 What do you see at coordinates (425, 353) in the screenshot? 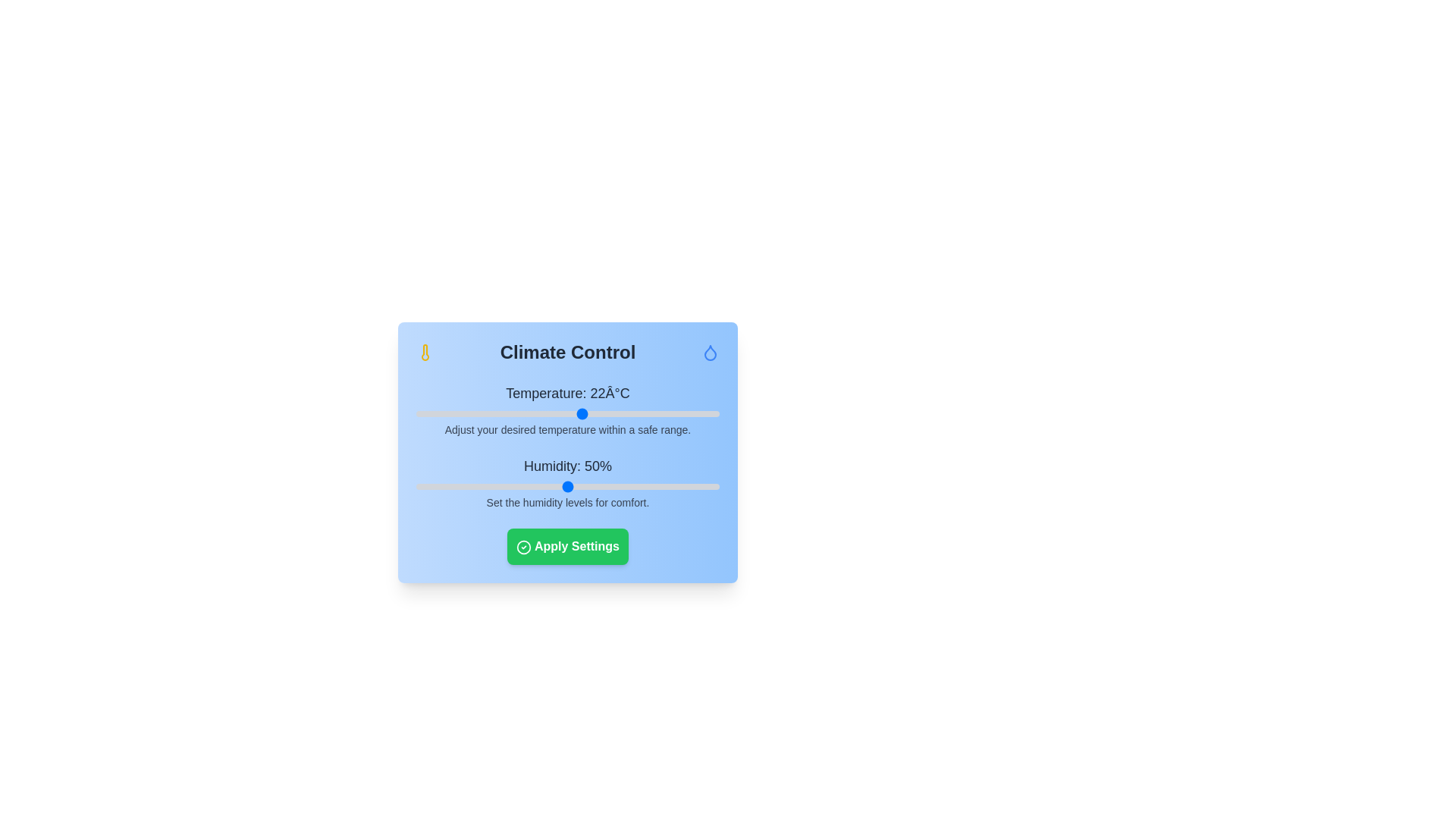
I see `the thermometer icon located at the upper-left corner of the blue card labeled 'Climate Control'` at bounding box center [425, 353].